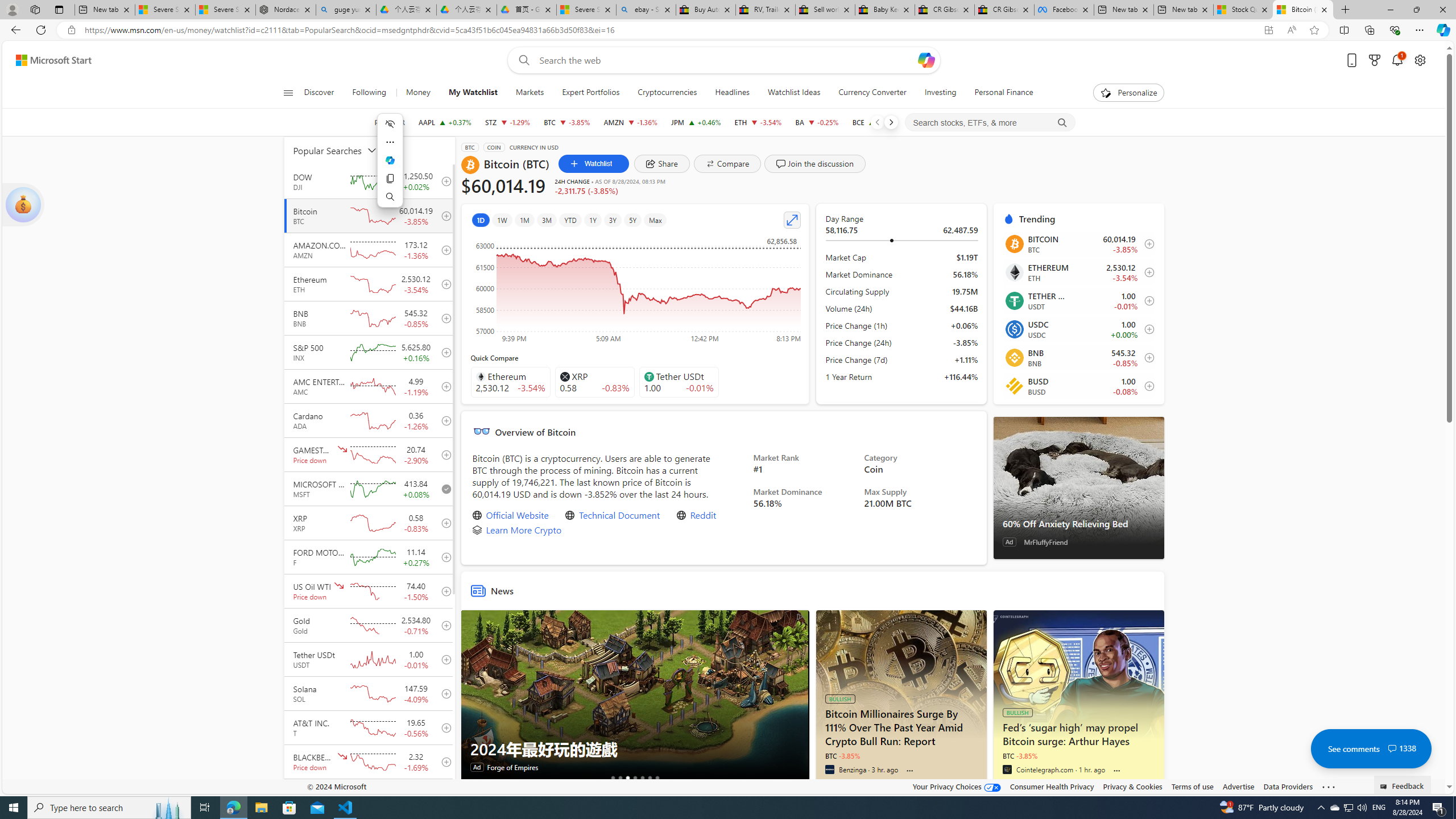  Describe the element at coordinates (648, 375) in the screenshot. I see `'Class: autoSuggestIcon-DS-EntryPoint1-3'` at that location.